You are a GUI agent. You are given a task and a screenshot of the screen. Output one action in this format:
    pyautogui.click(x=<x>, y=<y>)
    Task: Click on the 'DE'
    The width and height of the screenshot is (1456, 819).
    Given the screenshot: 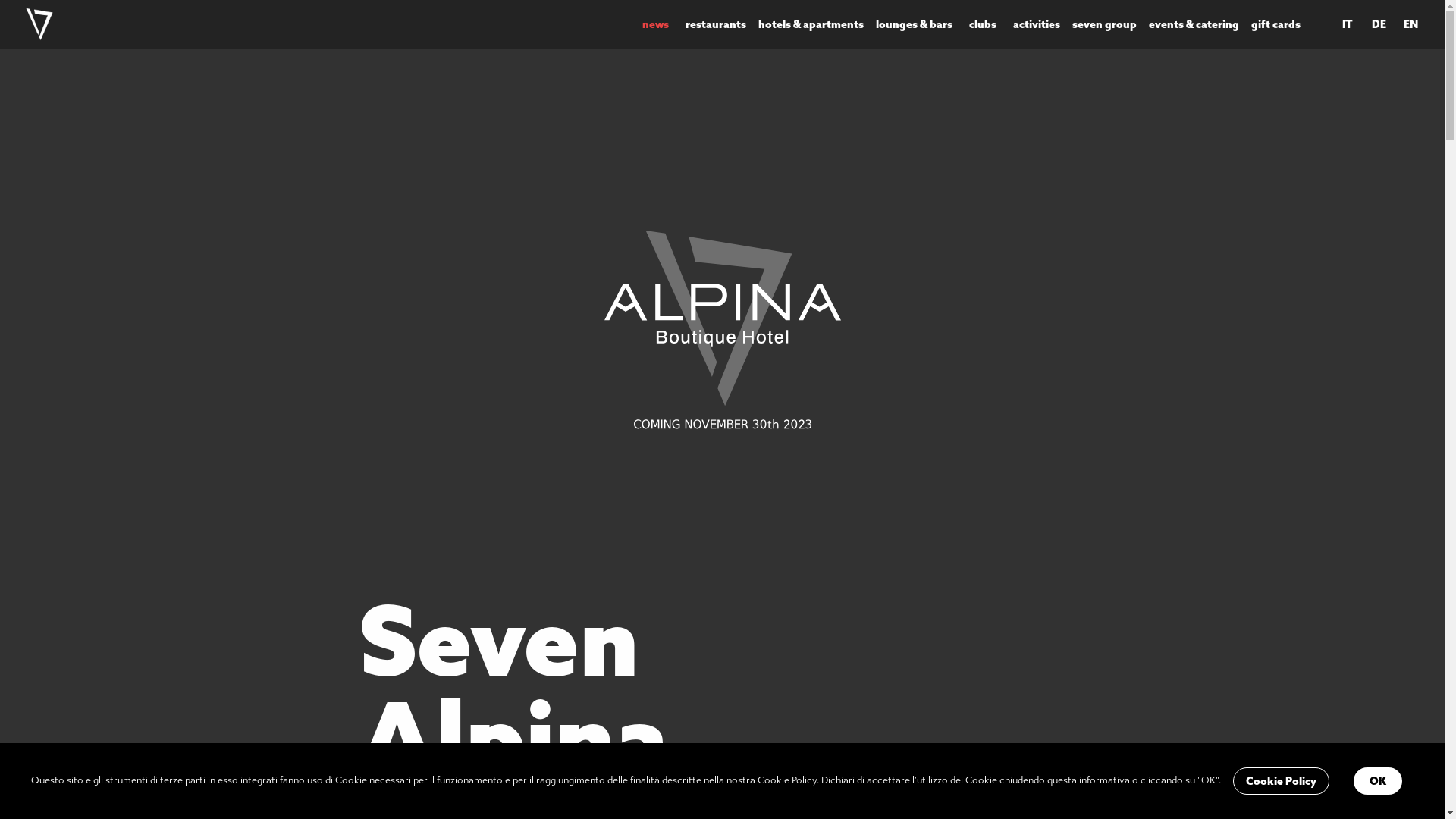 What is the action you would take?
    pyautogui.click(x=1379, y=24)
    